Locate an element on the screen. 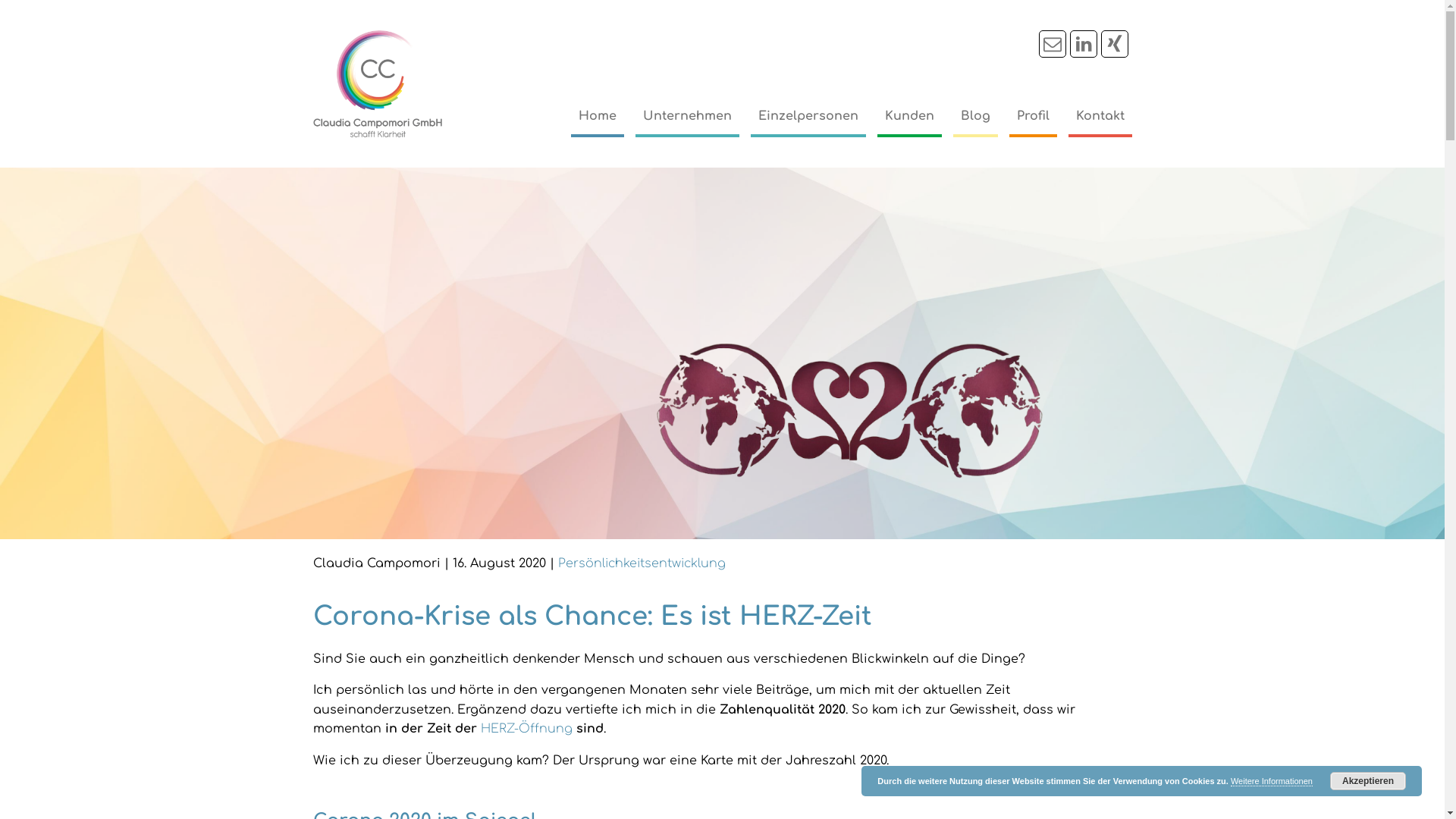 This screenshot has width=1456, height=819. 'Weitere Informationen' is located at coordinates (1271, 781).